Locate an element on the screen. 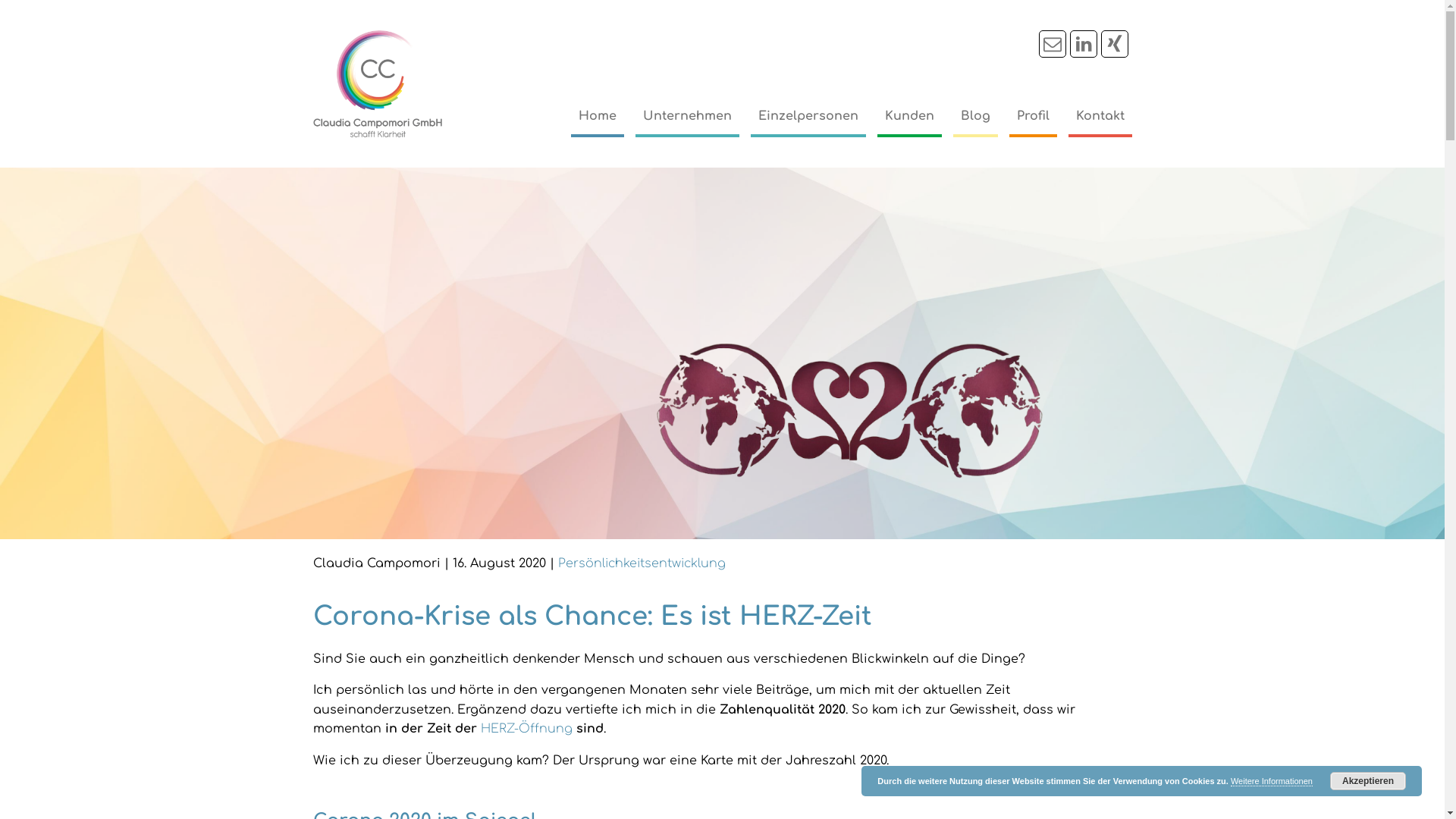 This screenshot has width=1456, height=819. 'Weitere Informationen' is located at coordinates (1271, 781).